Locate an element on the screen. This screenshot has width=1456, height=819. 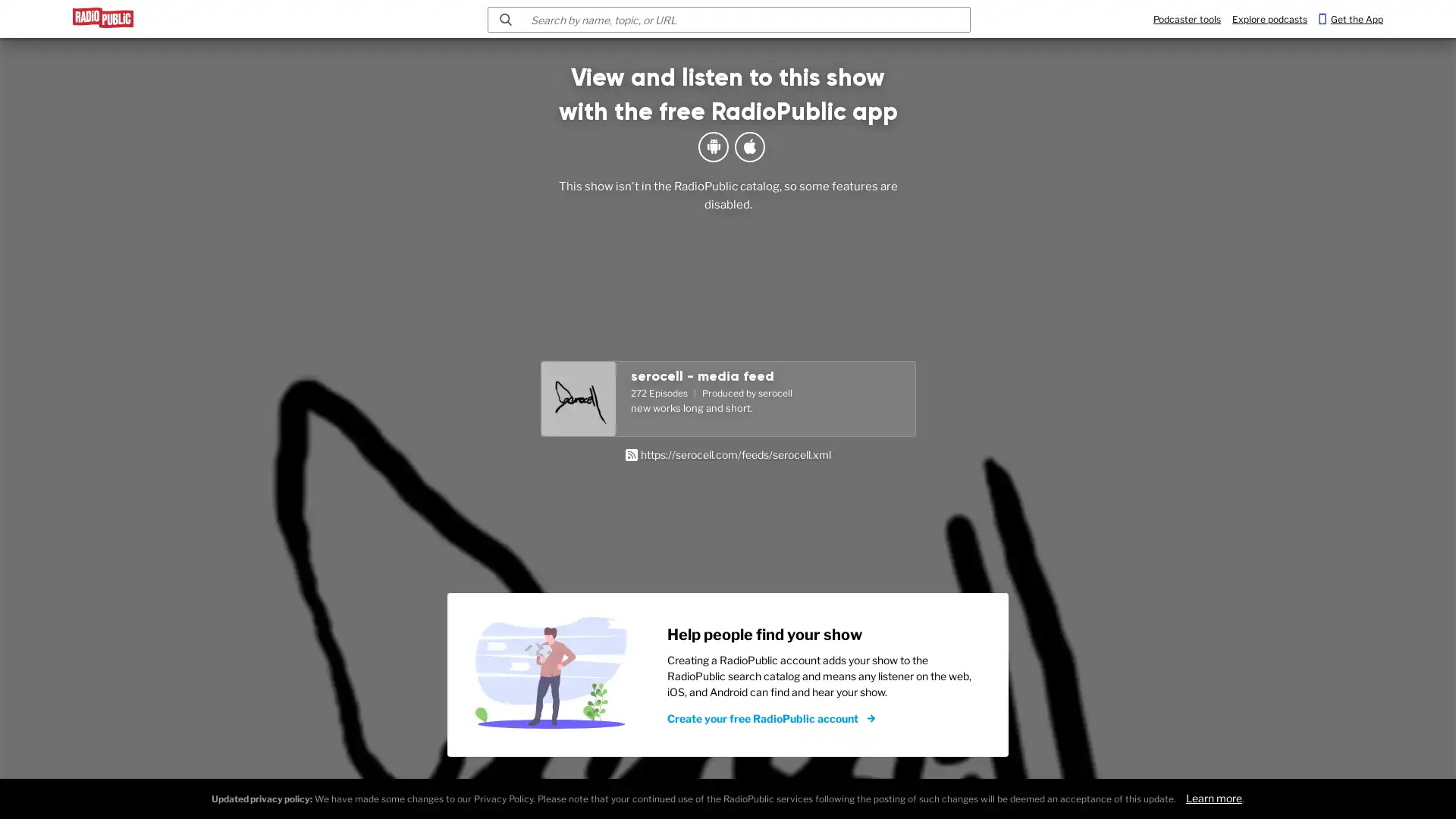
Download RadioPublic for Android is located at coordinates (712, 146).